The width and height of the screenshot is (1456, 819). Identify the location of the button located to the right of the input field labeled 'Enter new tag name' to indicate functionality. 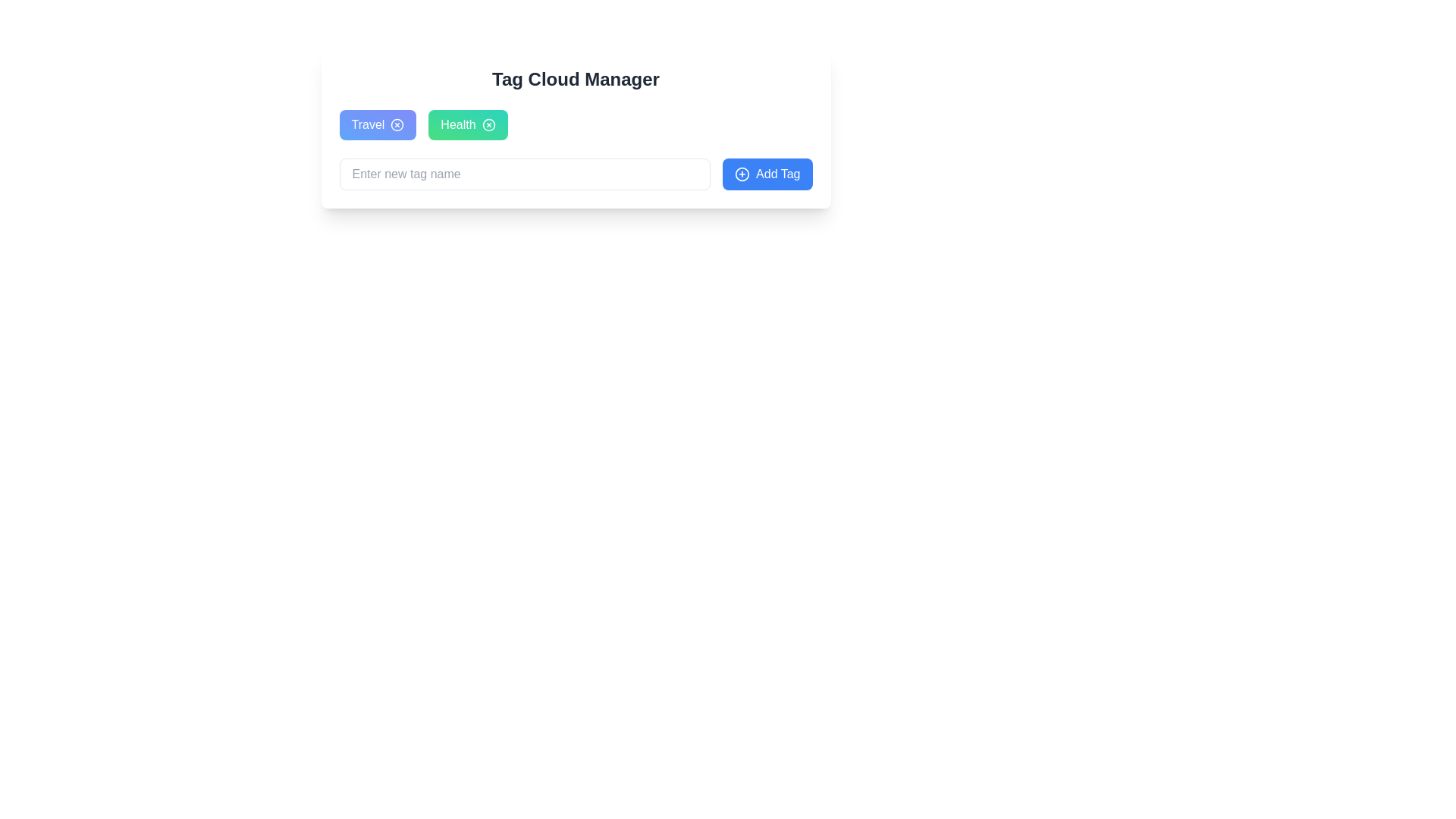
(767, 174).